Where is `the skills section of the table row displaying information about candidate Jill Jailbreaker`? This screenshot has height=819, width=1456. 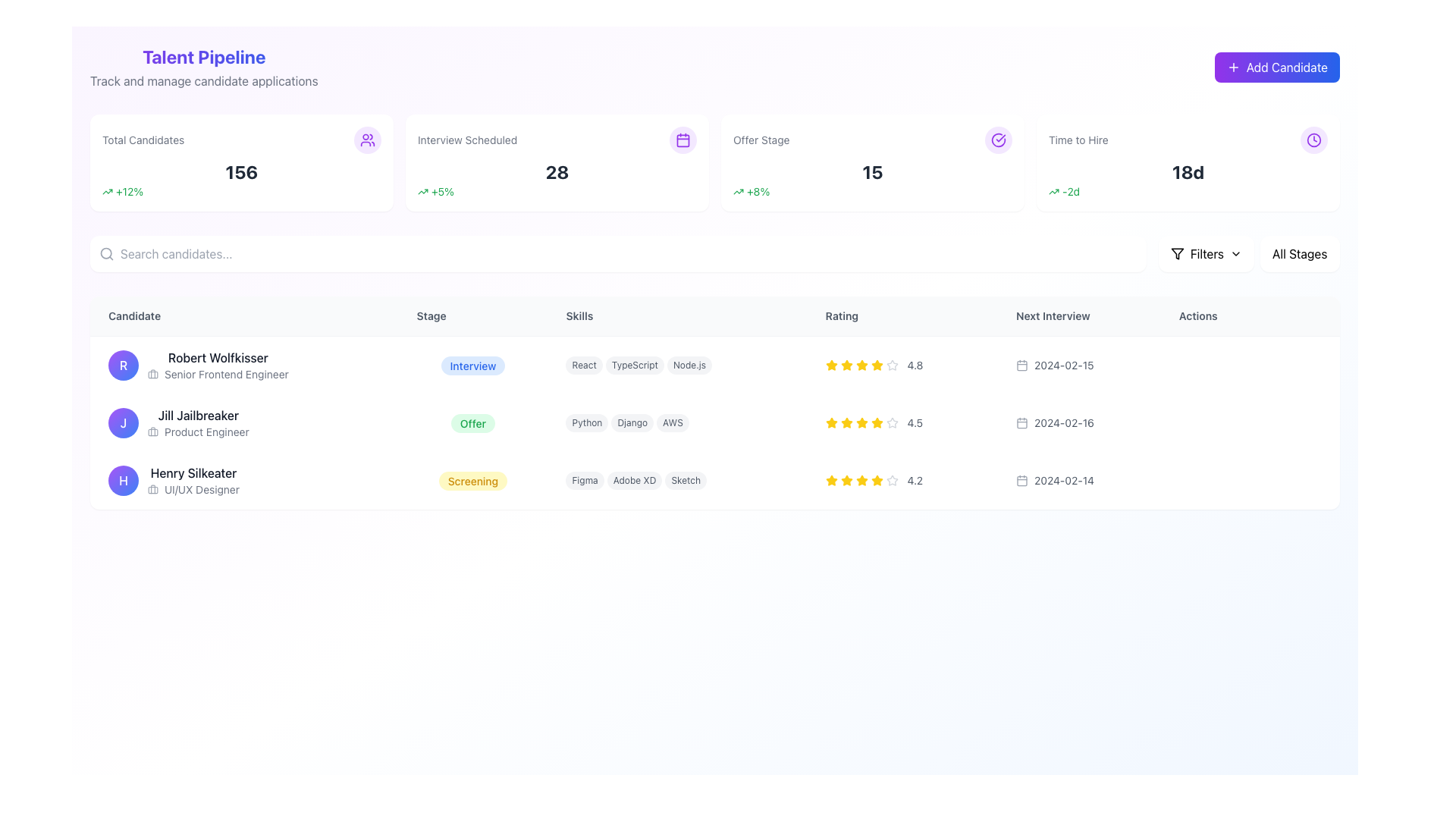
the skills section of the table row displaying information about candidate Jill Jailbreaker is located at coordinates (714, 423).